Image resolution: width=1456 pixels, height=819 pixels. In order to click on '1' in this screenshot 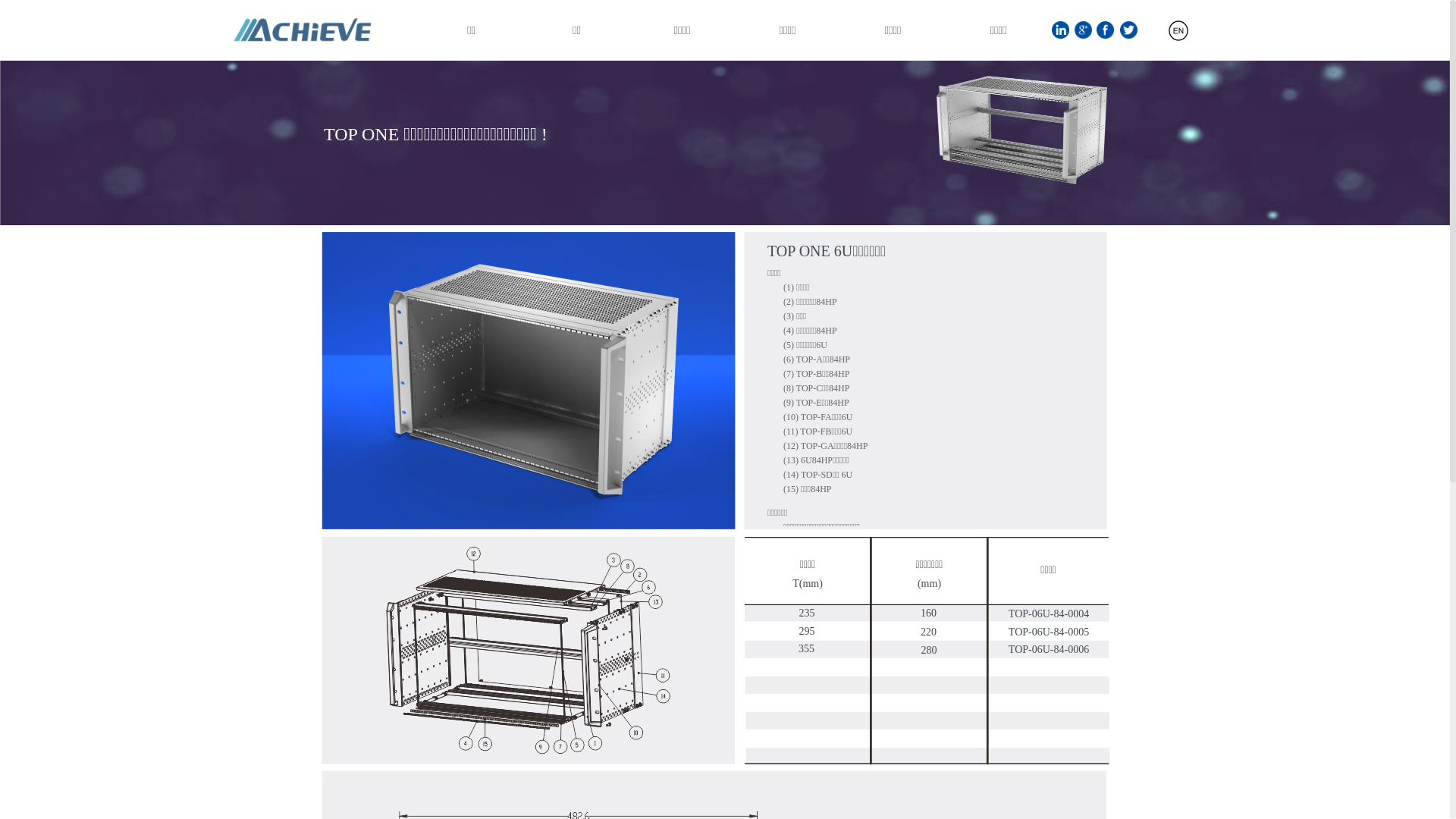, I will do `click(1051, 30)`.